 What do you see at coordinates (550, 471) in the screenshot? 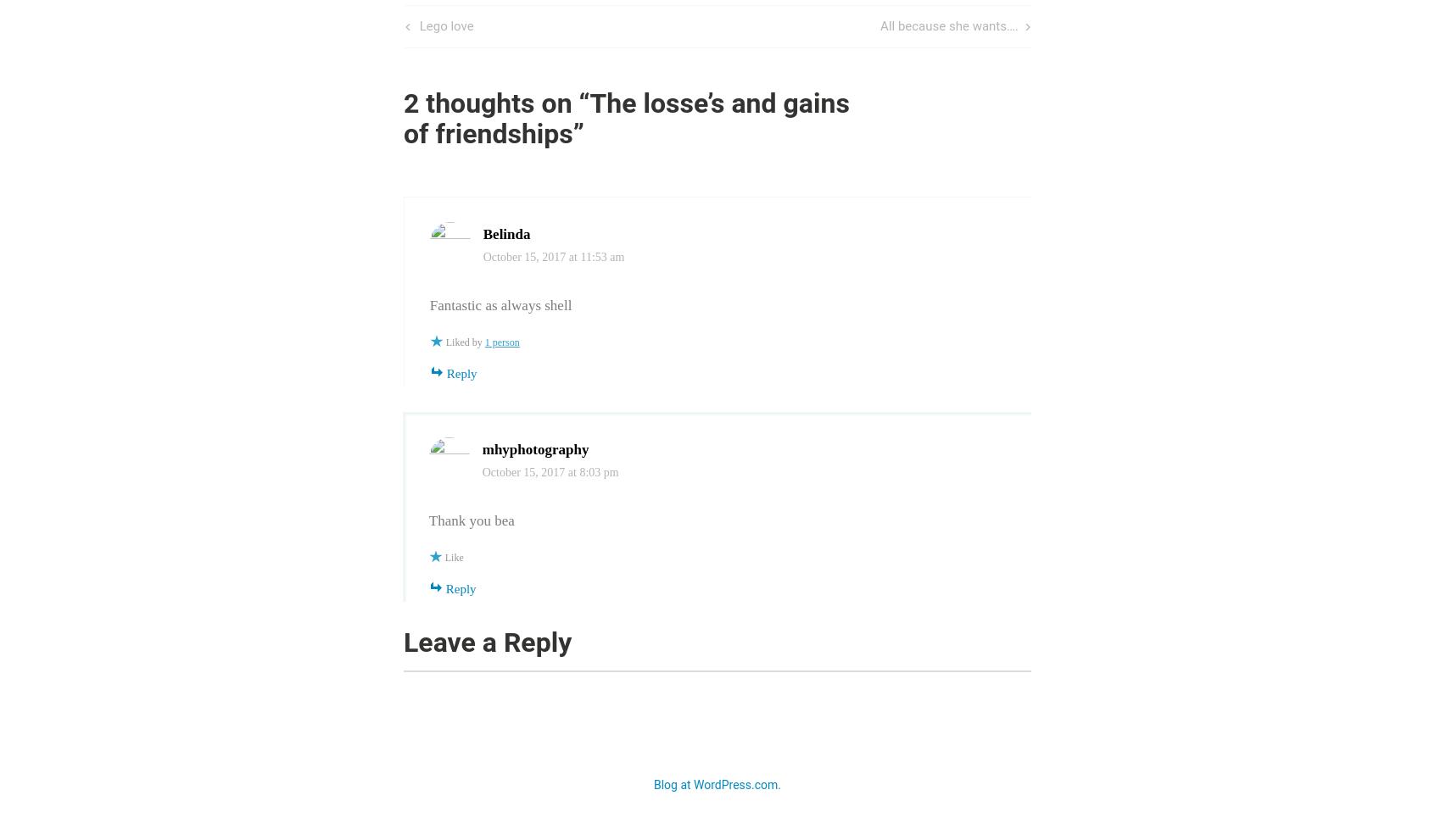
I see `'October 15, 2017 at 8:03 pm'` at bounding box center [550, 471].